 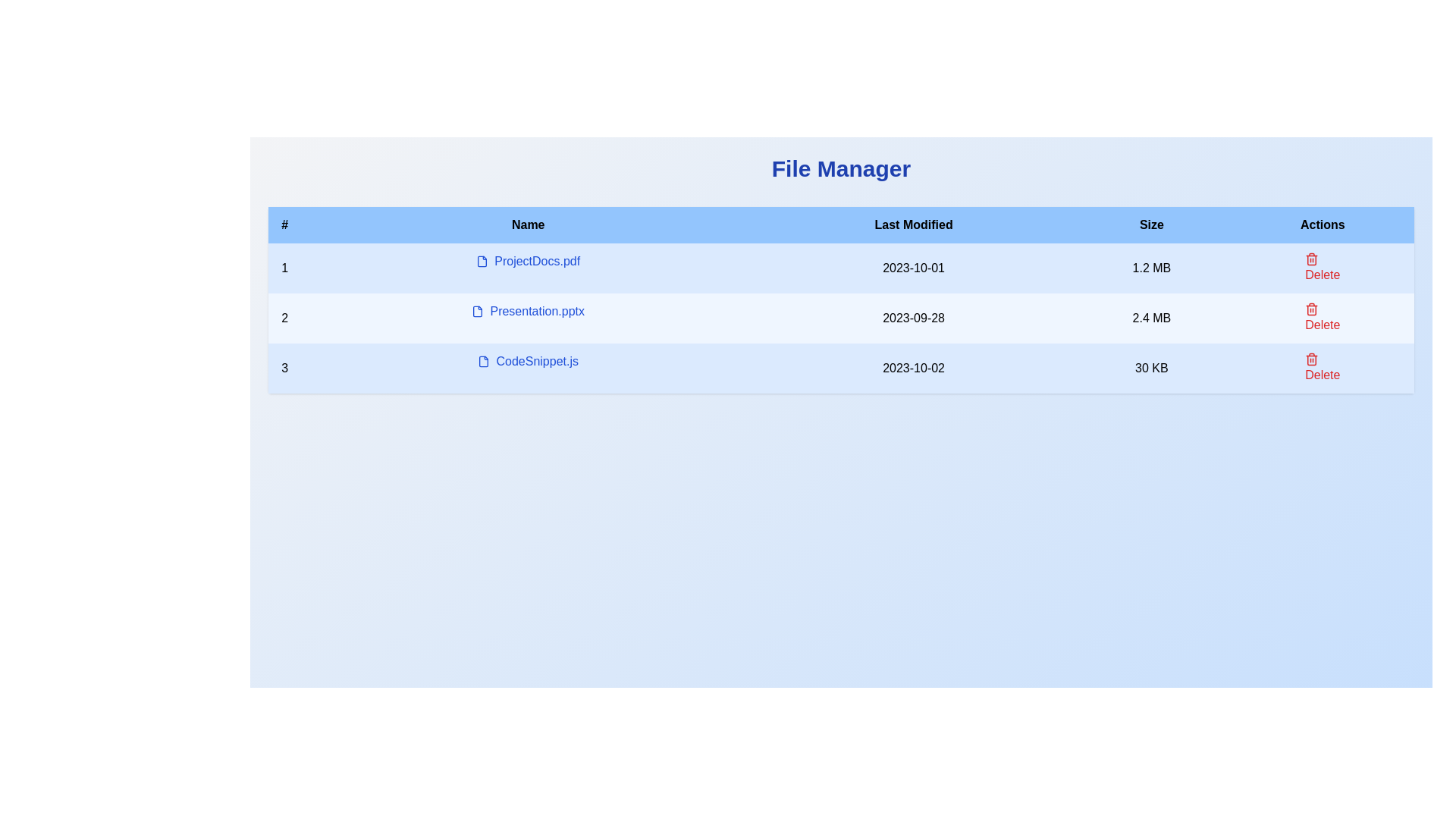 What do you see at coordinates (284, 369) in the screenshot?
I see `index number displayed in the leftmost cell of the third row in the table, which indicates the position of the associated file 'CodeSnippet.js'` at bounding box center [284, 369].